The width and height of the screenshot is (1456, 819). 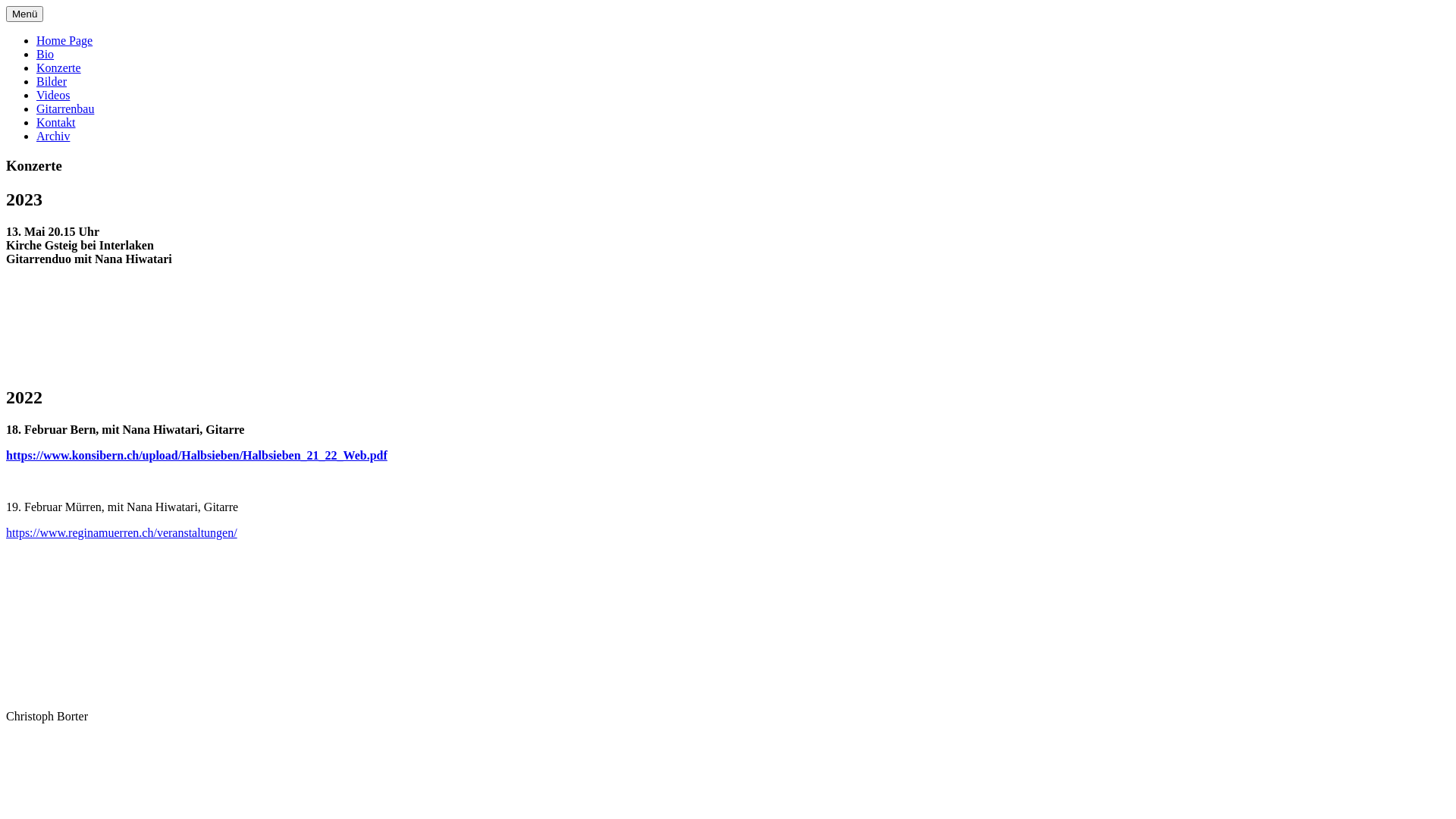 I want to click on 'Kontakt', so click(x=55, y=121).